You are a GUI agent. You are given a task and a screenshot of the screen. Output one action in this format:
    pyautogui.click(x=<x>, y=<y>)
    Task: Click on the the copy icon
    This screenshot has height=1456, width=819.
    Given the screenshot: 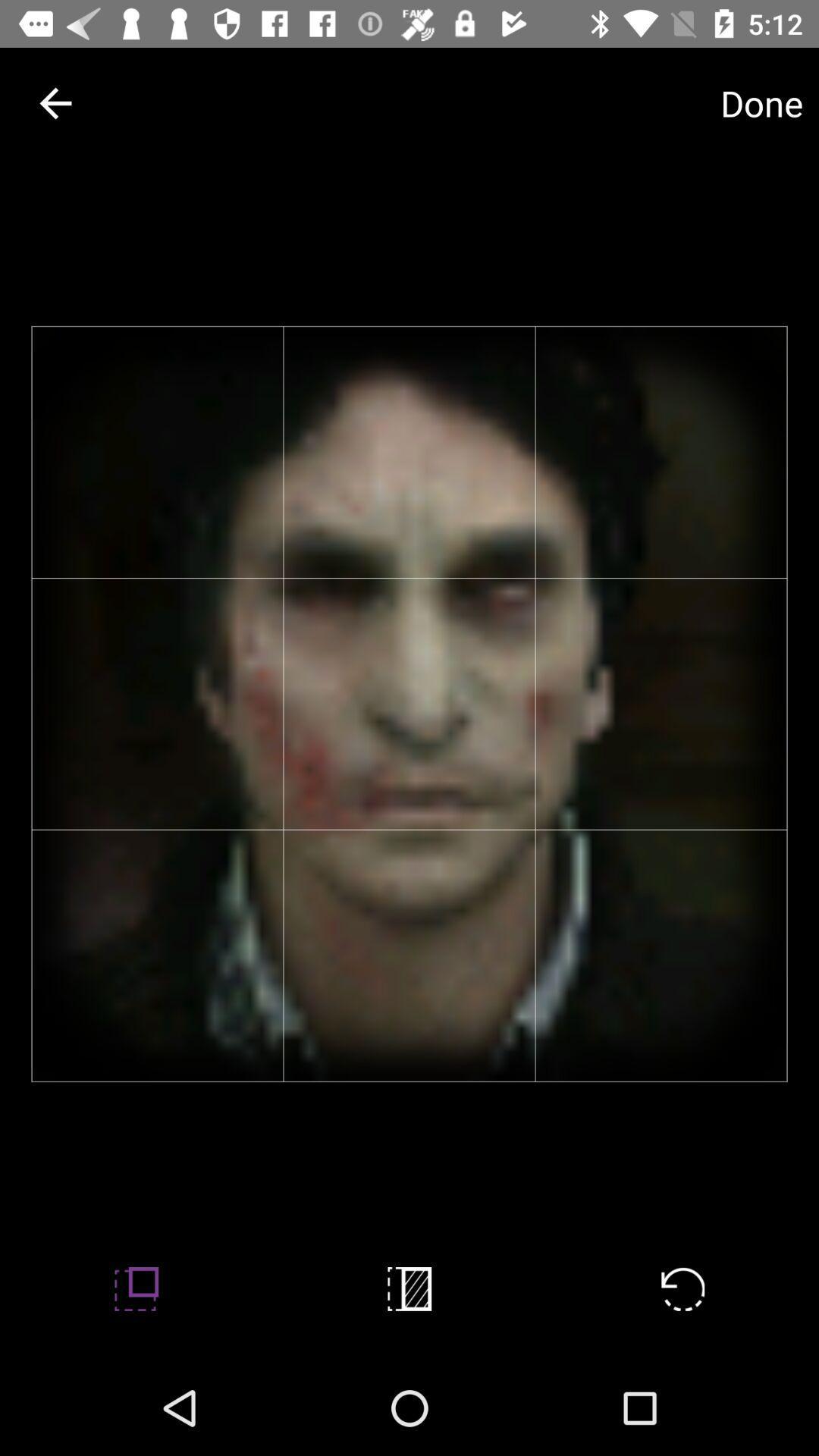 What is the action you would take?
    pyautogui.click(x=409, y=1288)
    